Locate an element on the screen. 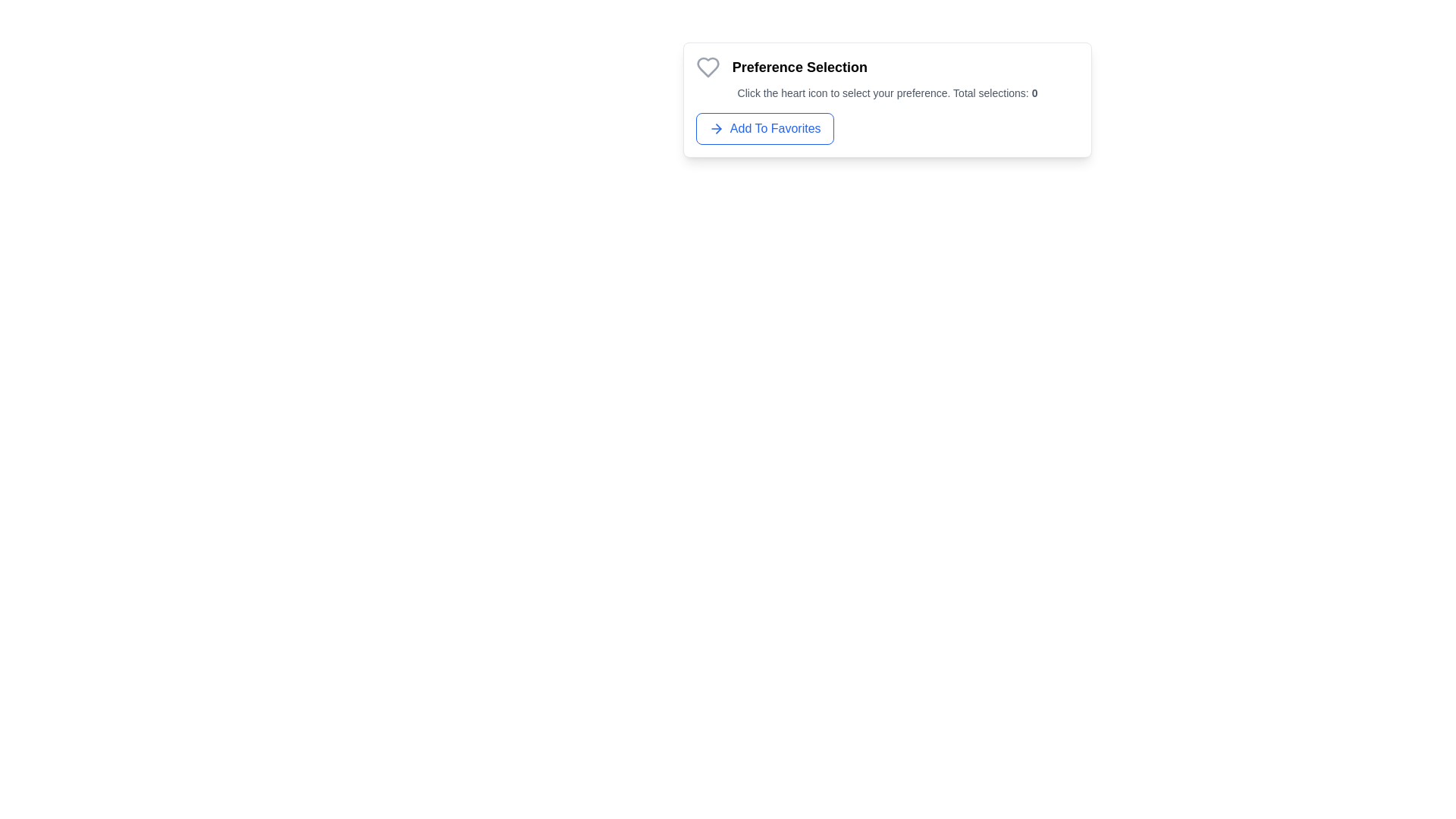 This screenshot has width=1456, height=819. the heart icon located to the left of the 'Preference Selection' text to indicate a preference is located at coordinates (707, 66).